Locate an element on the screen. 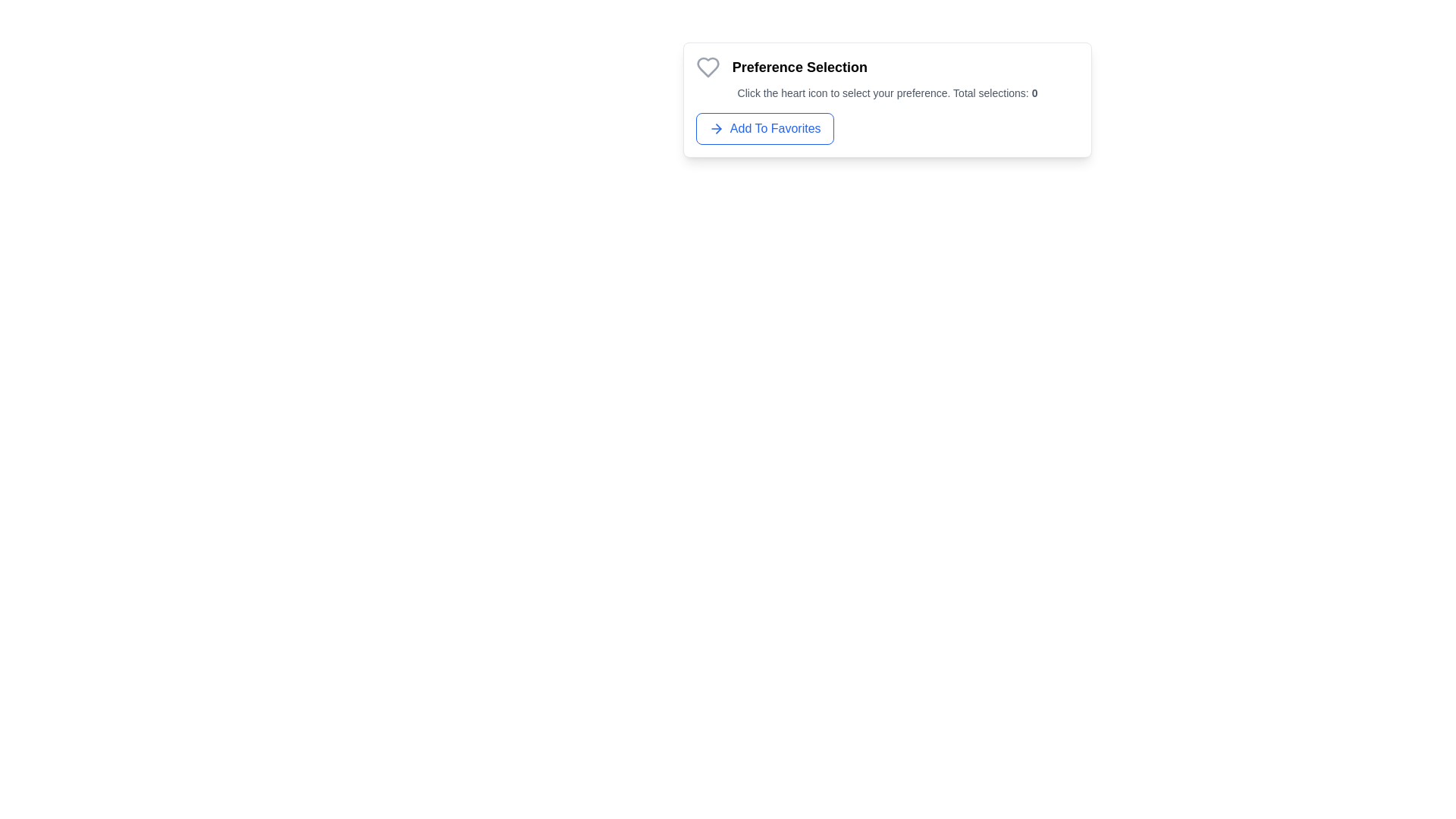 This screenshot has width=1456, height=819. the heart icon located to the left of the 'Preference Selection' text to indicate a preference is located at coordinates (707, 66).